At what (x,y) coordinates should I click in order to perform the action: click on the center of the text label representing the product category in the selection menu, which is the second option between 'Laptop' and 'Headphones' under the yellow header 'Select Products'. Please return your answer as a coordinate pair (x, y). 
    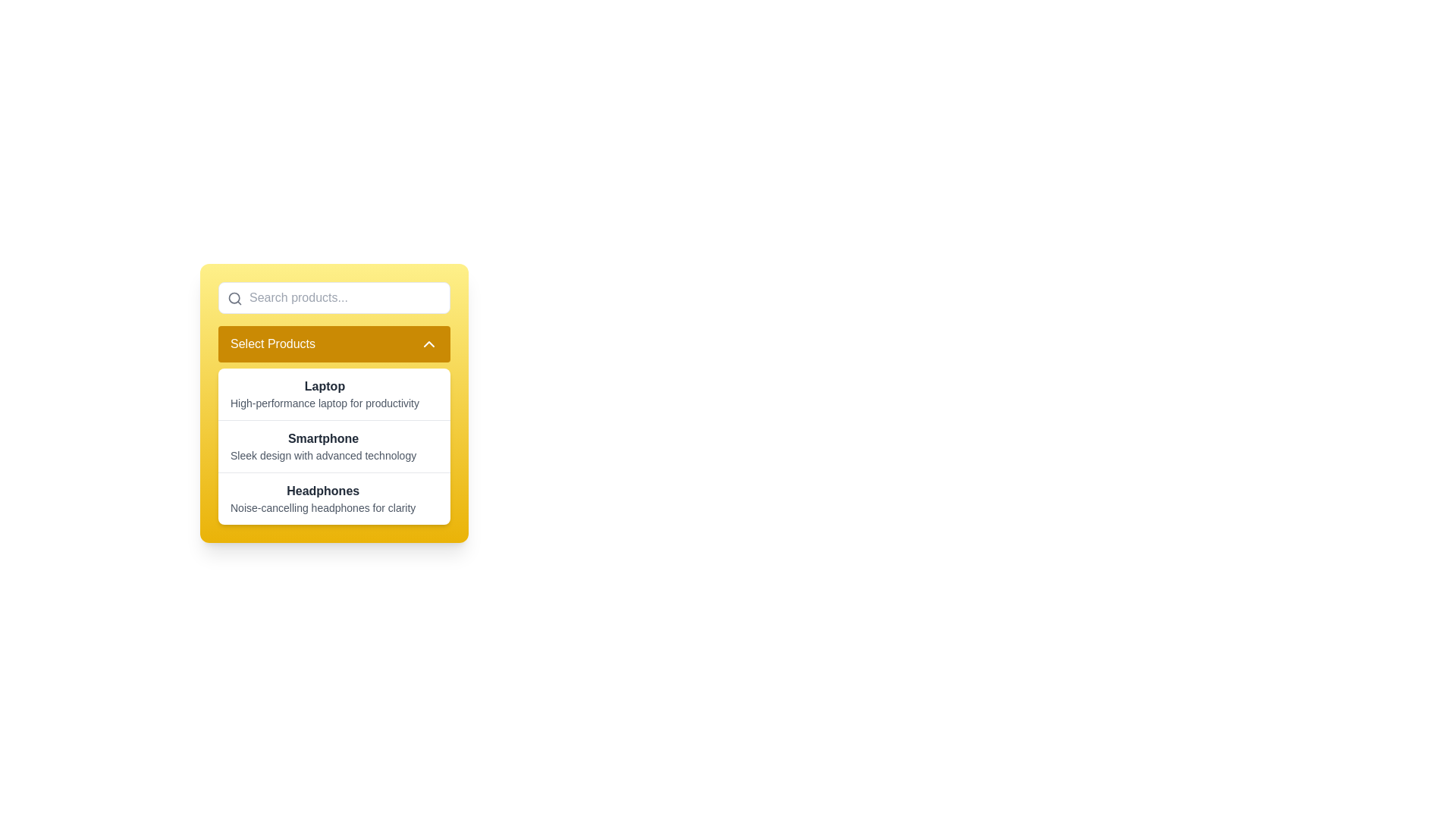
    Looking at the image, I should click on (322, 446).